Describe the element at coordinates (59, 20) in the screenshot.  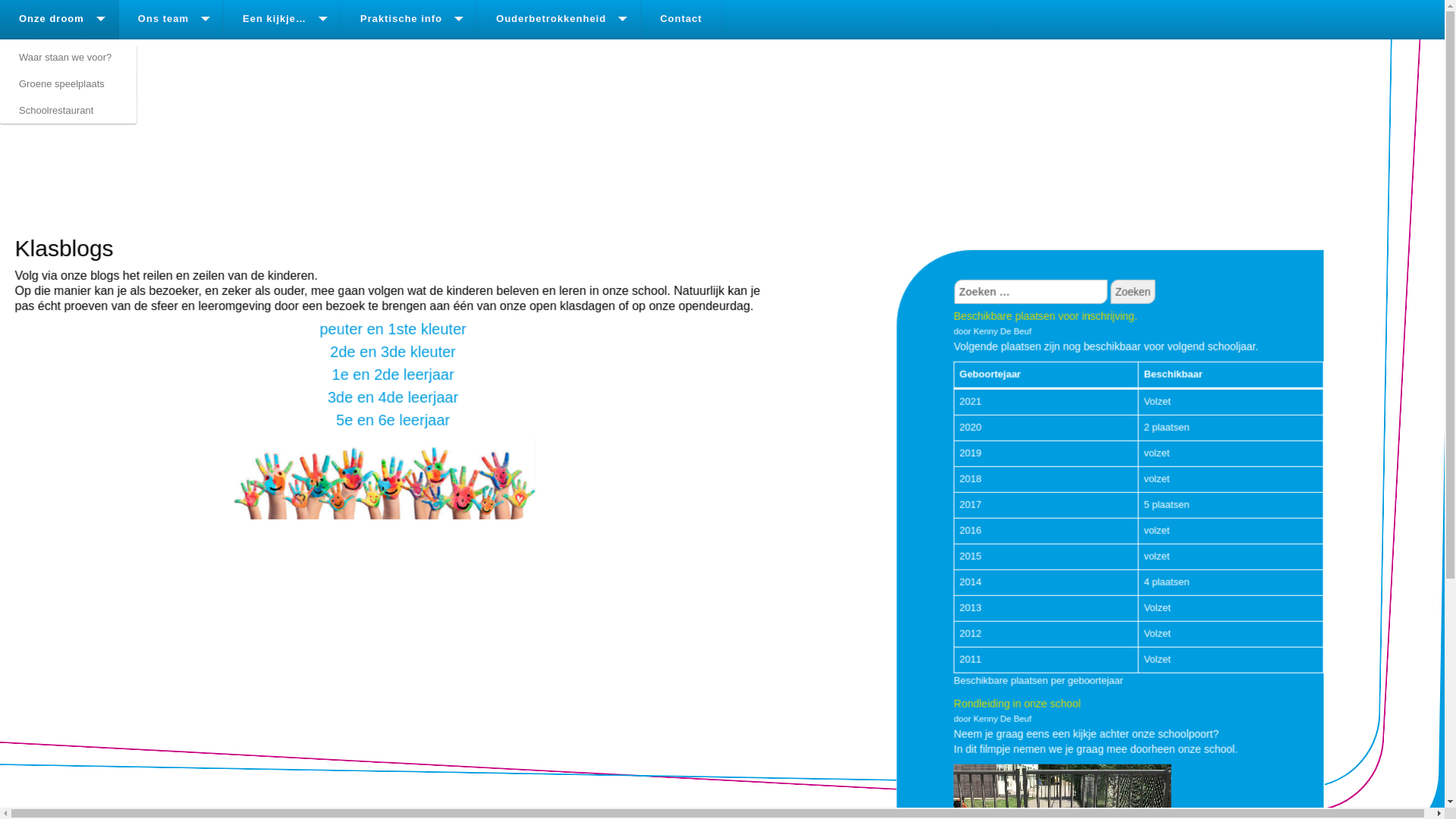
I see `'Onze droom'` at that location.